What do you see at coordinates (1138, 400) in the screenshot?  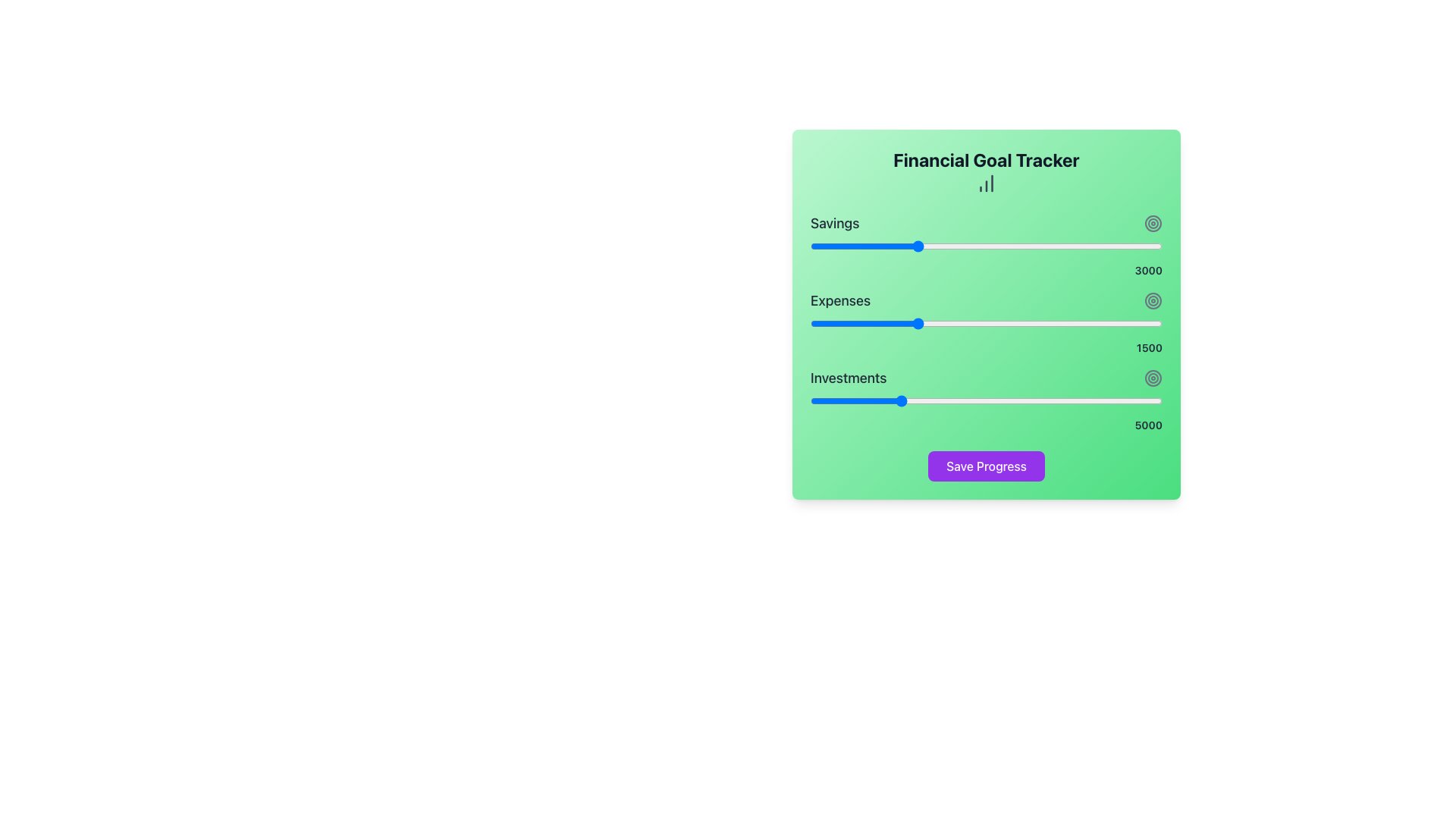 I see `the 'Investments' slider` at bounding box center [1138, 400].